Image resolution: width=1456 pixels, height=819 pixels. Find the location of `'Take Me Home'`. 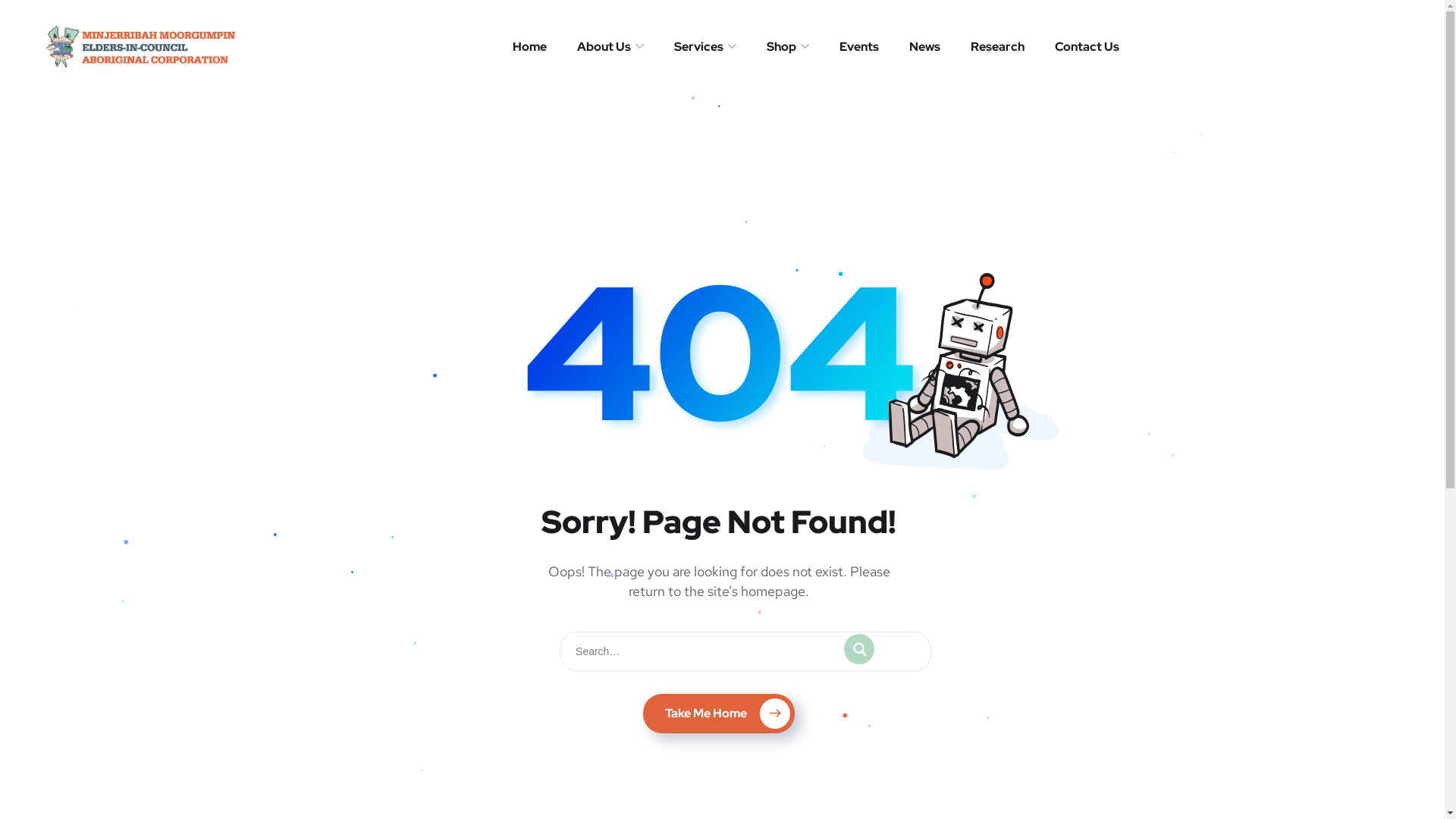

'Take Me Home' is located at coordinates (717, 714).